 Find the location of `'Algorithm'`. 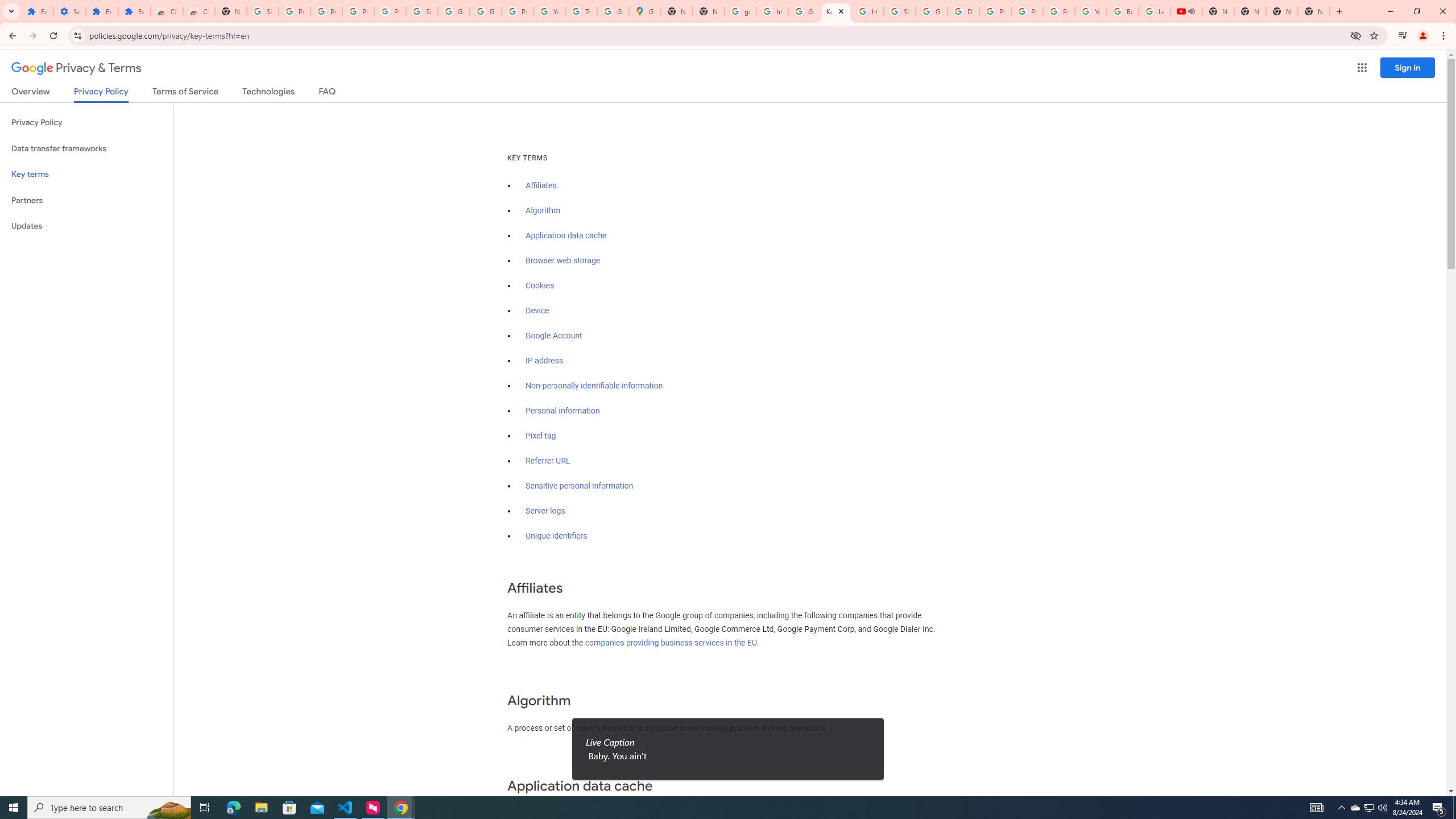

'Algorithm' is located at coordinates (542, 210).